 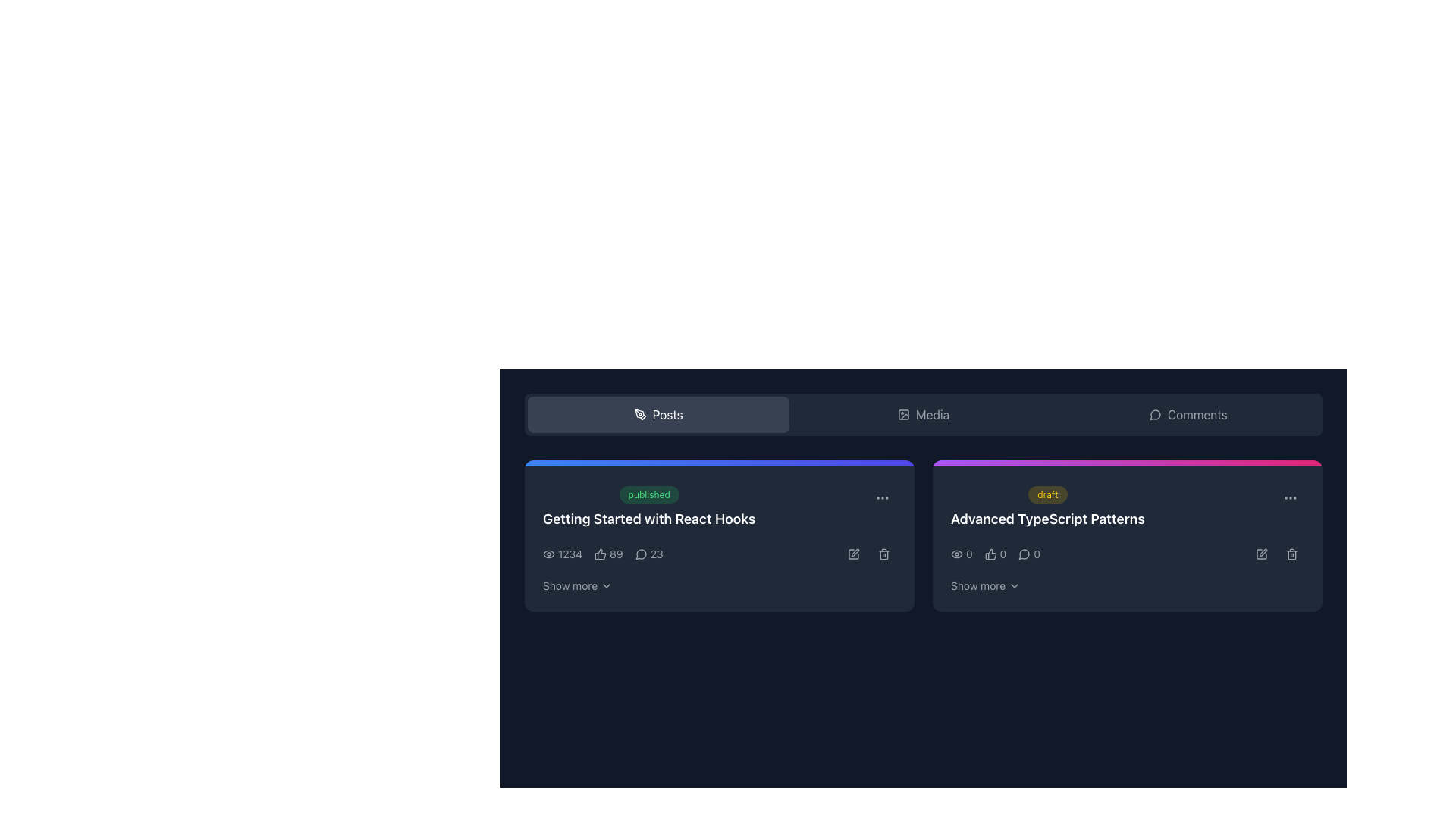 I want to click on the circular trash can button located in the upper-right corner of the 'Getting Started with React Hooks' post card, so click(x=884, y=554).